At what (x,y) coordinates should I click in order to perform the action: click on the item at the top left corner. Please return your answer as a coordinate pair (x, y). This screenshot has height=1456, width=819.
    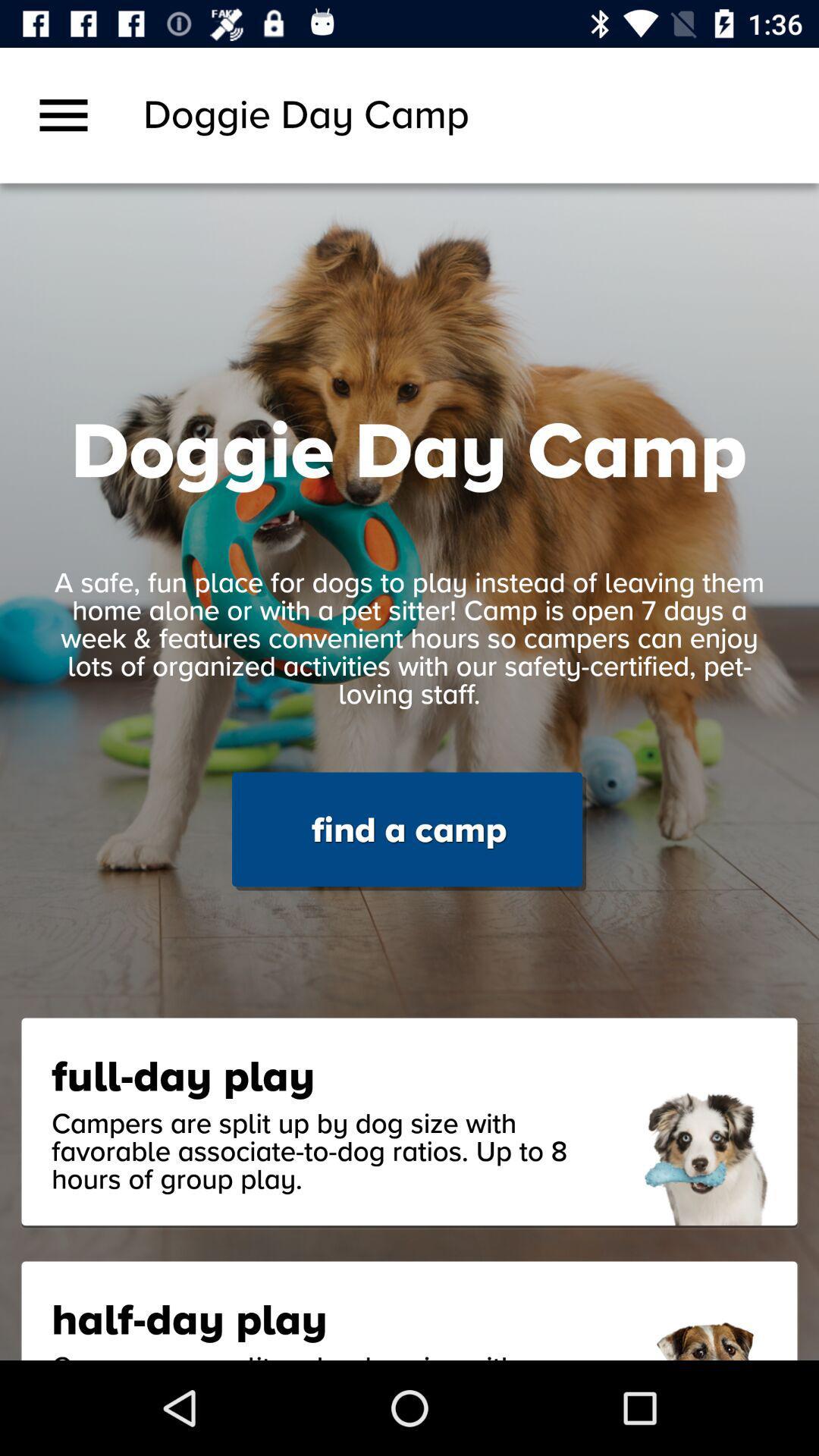
    Looking at the image, I should click on (63, 115).